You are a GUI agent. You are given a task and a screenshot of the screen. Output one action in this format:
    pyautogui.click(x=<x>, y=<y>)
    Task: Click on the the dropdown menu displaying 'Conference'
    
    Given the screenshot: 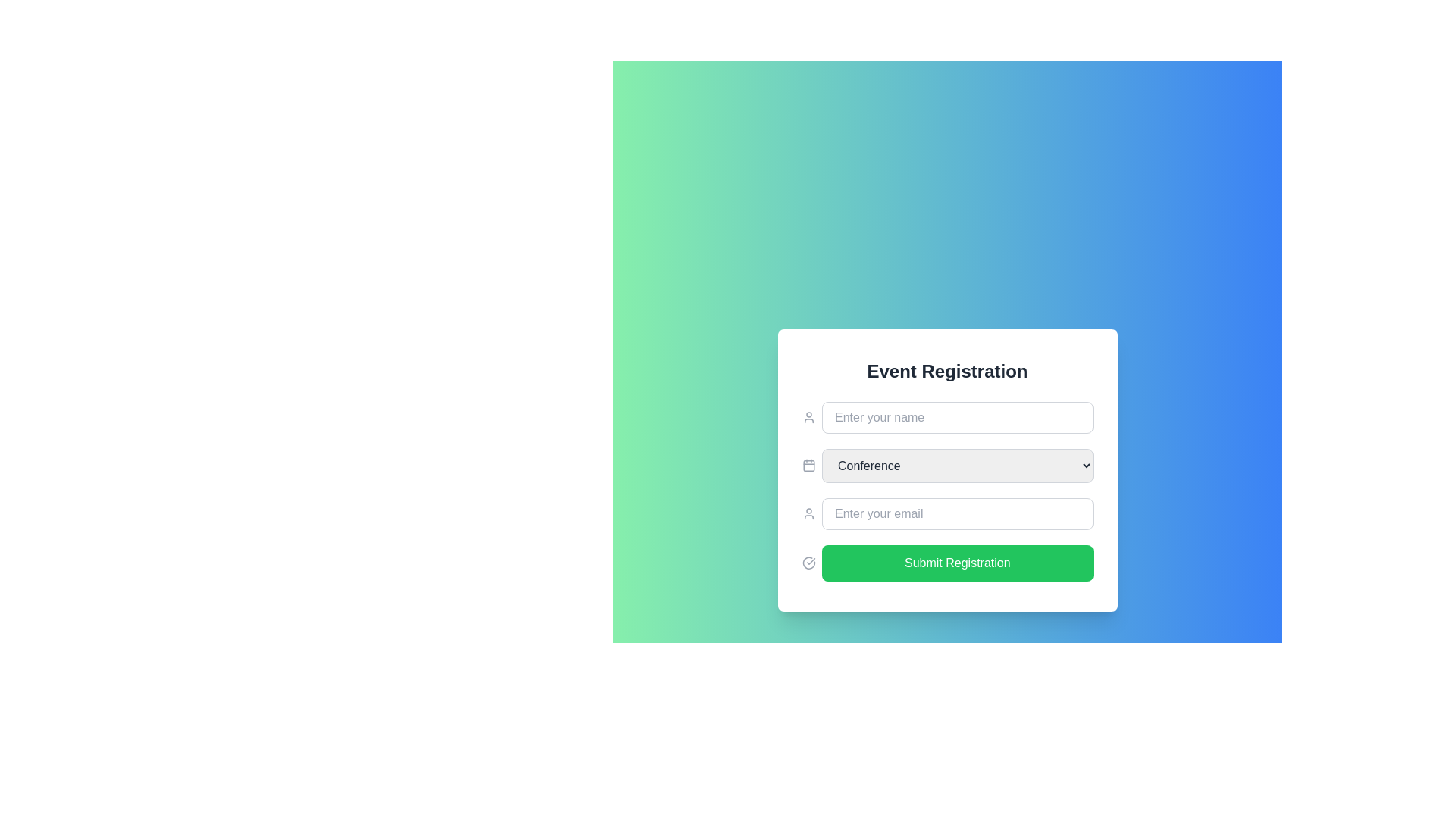 What is the action you would take?
    pyautogui.click(x=946, y=491)
    